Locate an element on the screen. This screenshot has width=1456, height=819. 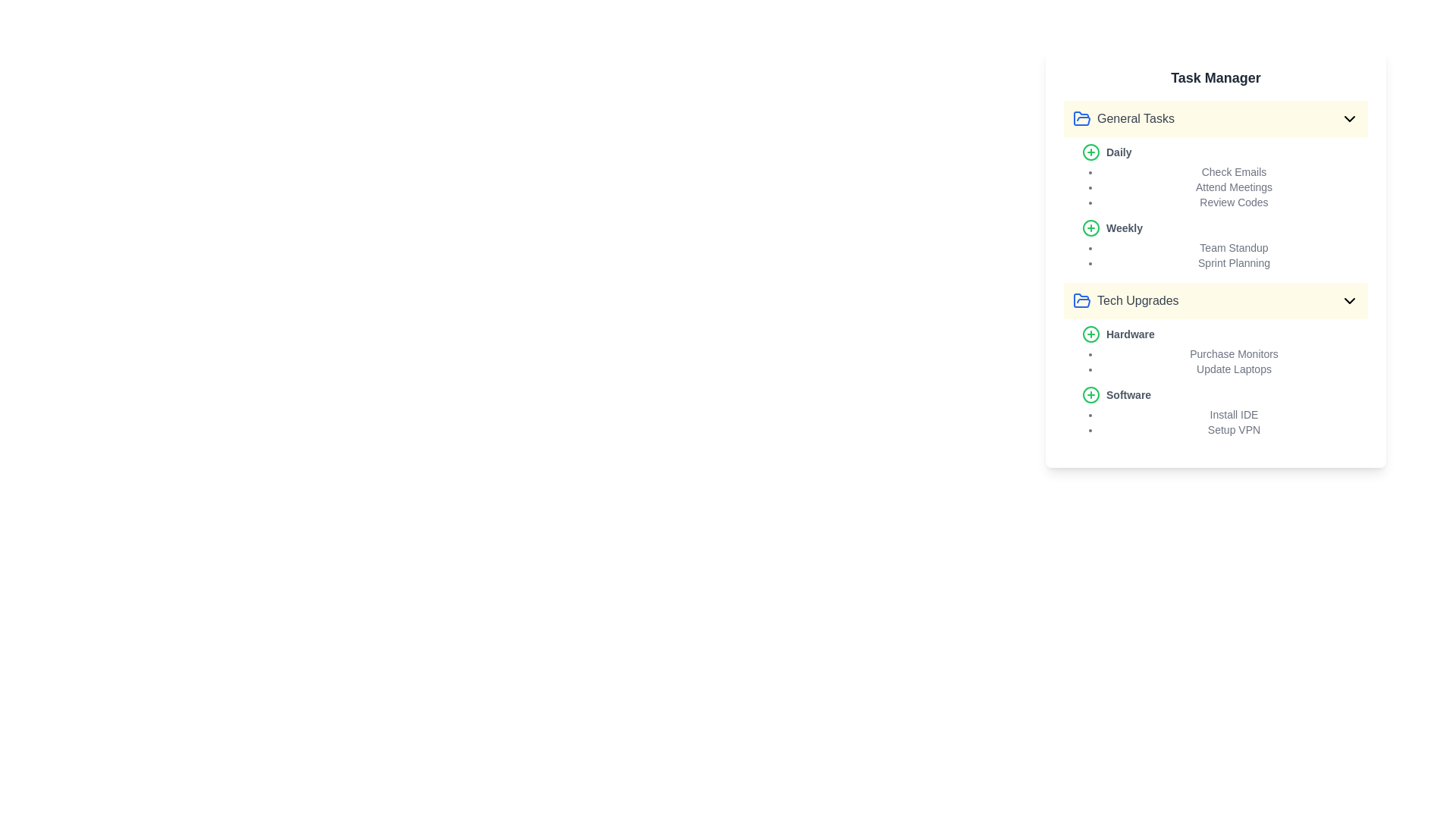
the text block or list item in the 'Software' section of the 'Tech Upgrades' category in the 'Task Manager' interface that lists tasks related to installing an IDE and setting up a VPN is located at coordinates (1225, 422).